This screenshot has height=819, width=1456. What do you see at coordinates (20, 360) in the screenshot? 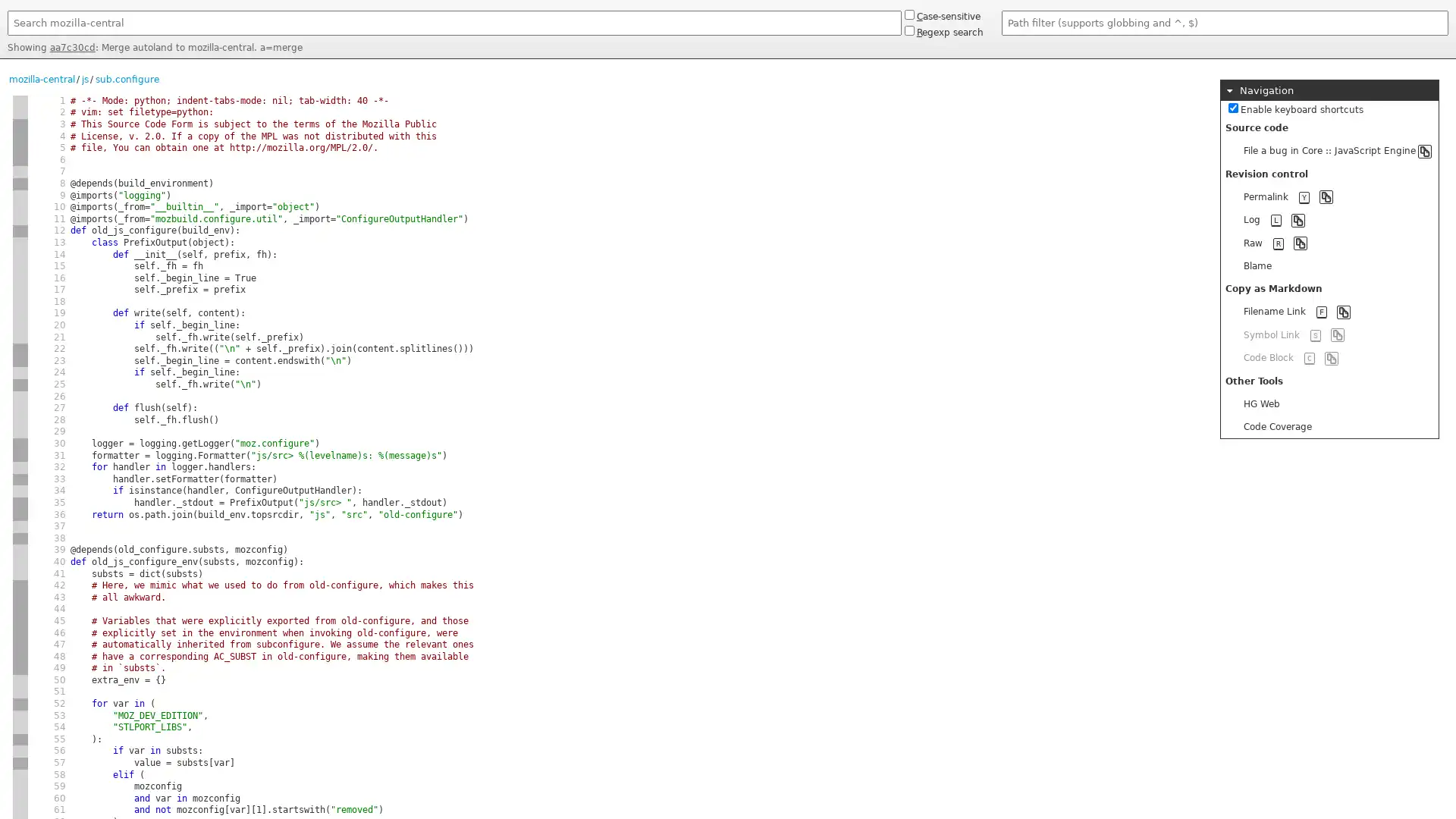
I see `same hash 3` at bounding box center [20, 360].